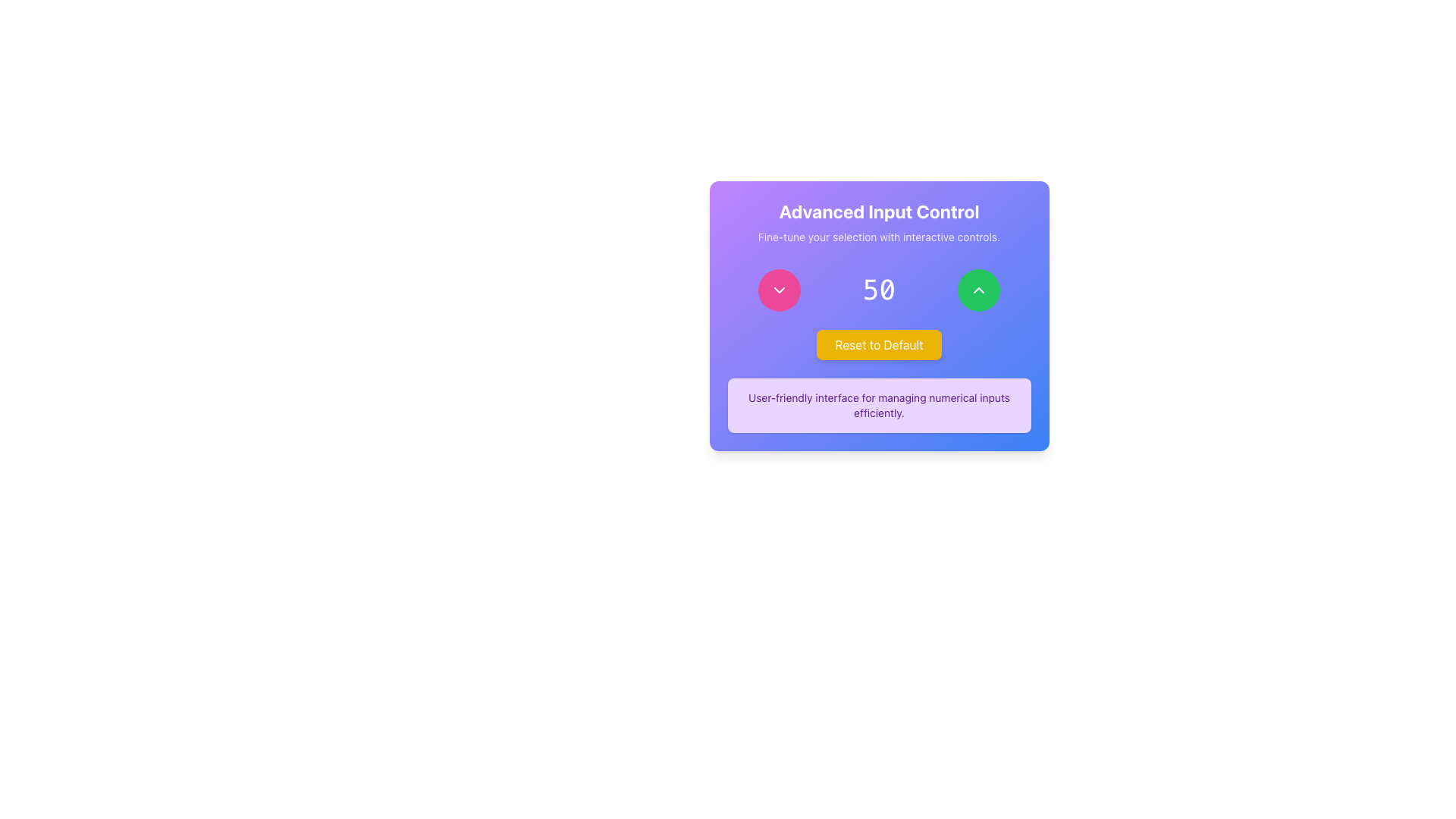  Describe the element at coordinates (780, 290) in the screenshot. I see `the button located to the left of the numeric display value '50' to decrement the value` at that location.